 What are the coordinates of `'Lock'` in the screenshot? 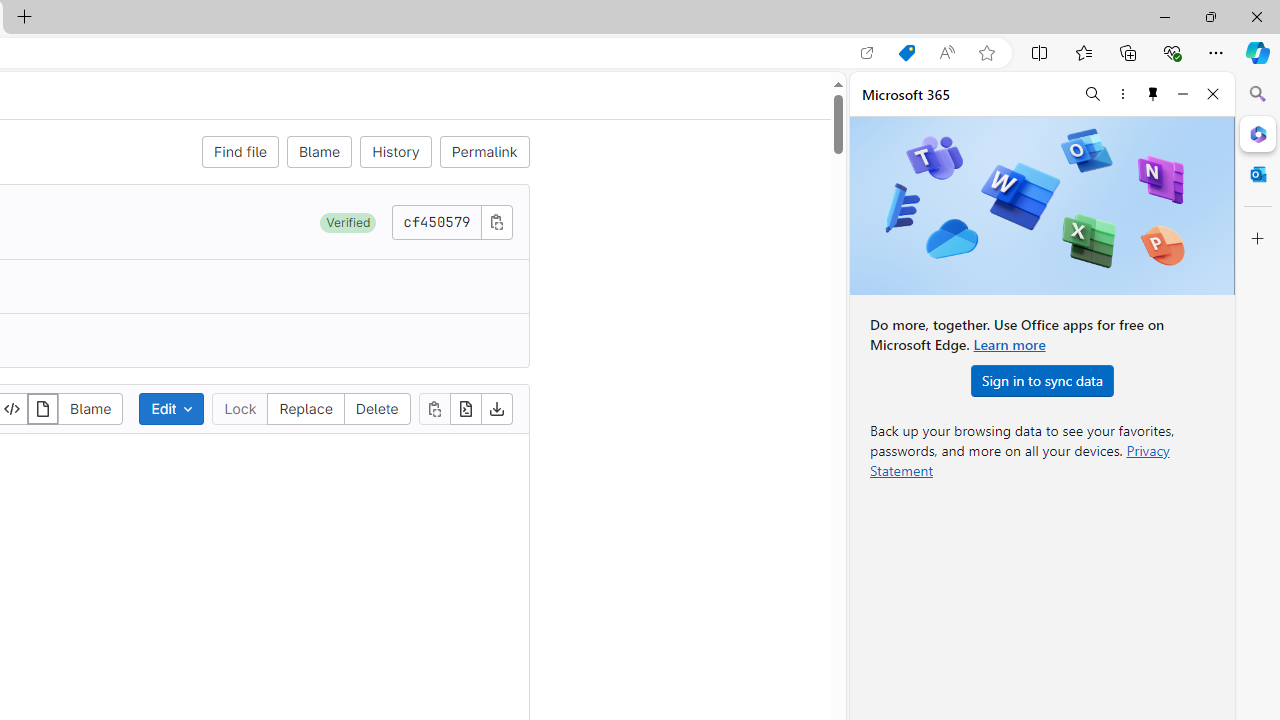 It's located at (240, 407).